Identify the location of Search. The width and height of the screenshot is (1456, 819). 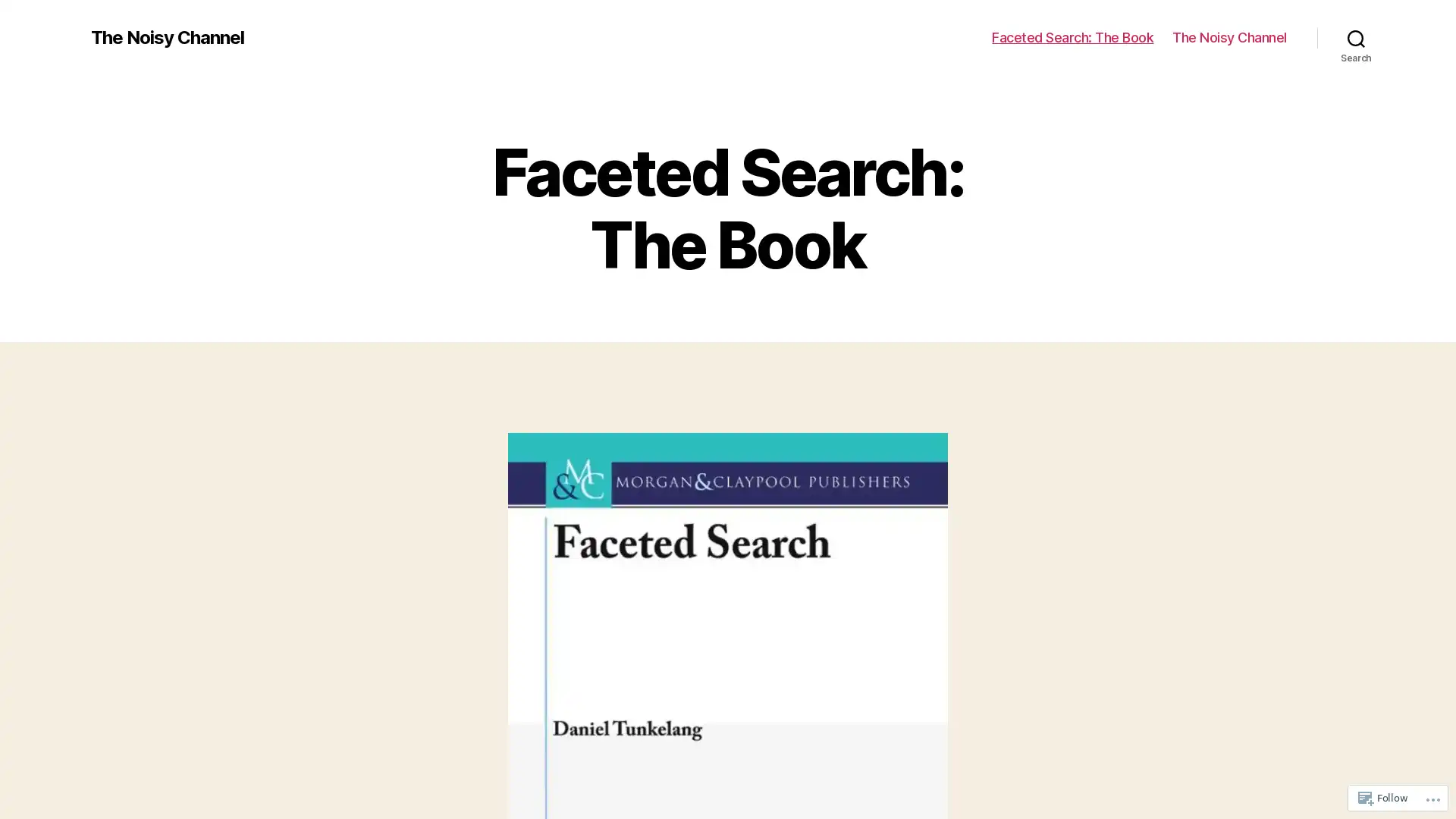
(1356, 37).